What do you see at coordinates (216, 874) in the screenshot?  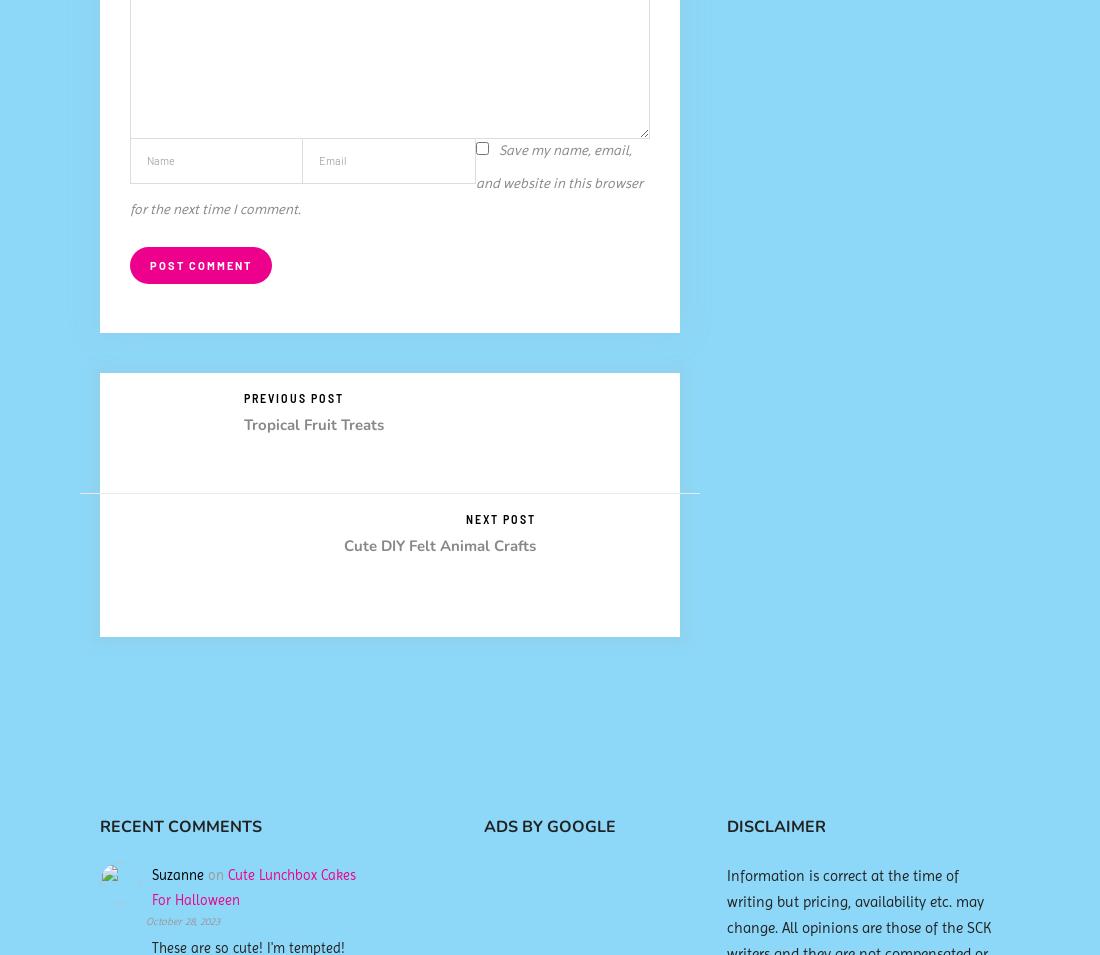 I see `'on'` at bounding box center [216, 874].